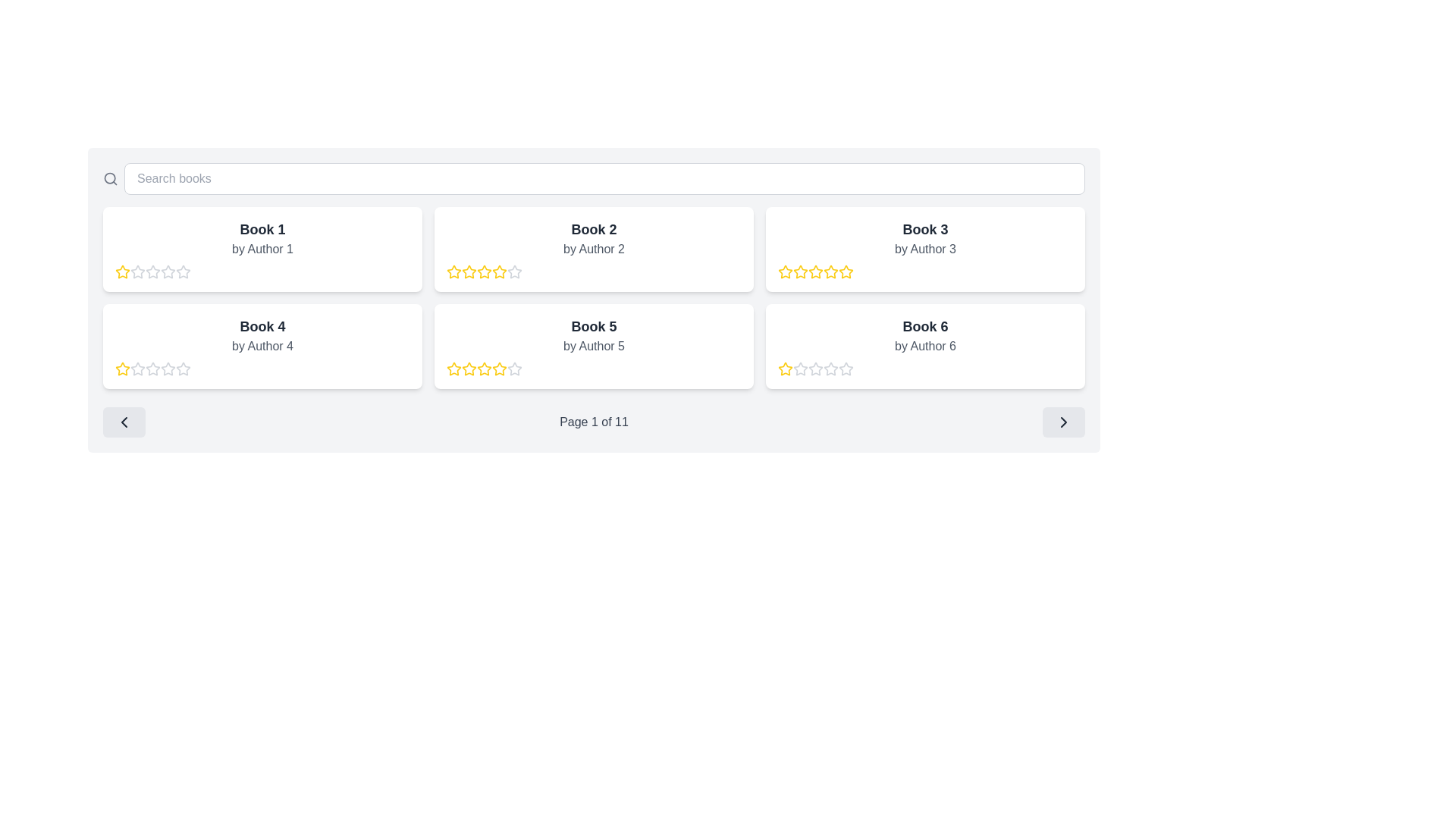  What do you see at coordinates (124, 422) in the screenshot?
I see `the chevron icon located in the bottom-left corner of the interface within a rectangular button` at bounding box center [124, 422].